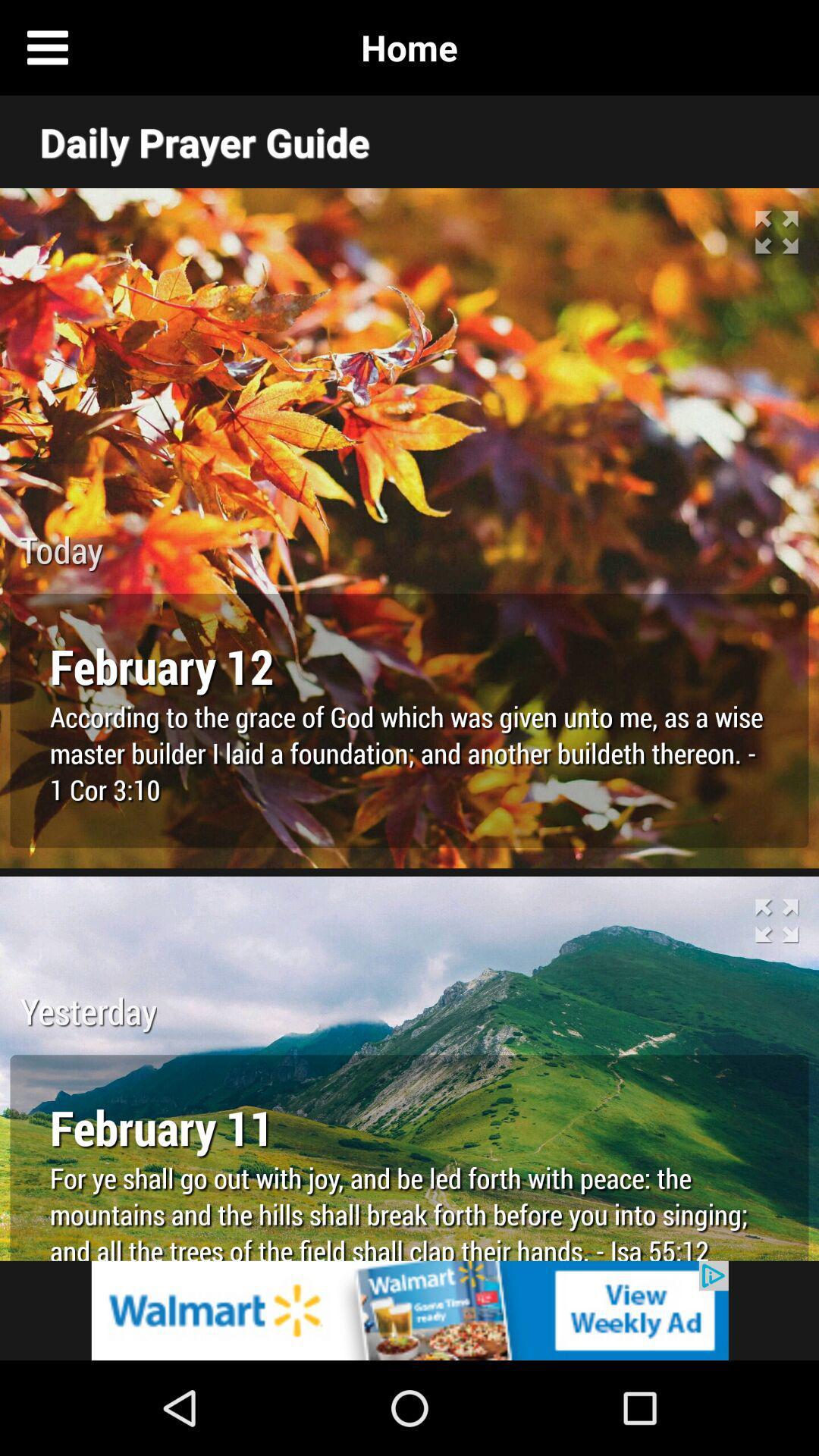 The width and height of the screenshot is (819, 1456). I want to click on february 12, so click(409, 666).